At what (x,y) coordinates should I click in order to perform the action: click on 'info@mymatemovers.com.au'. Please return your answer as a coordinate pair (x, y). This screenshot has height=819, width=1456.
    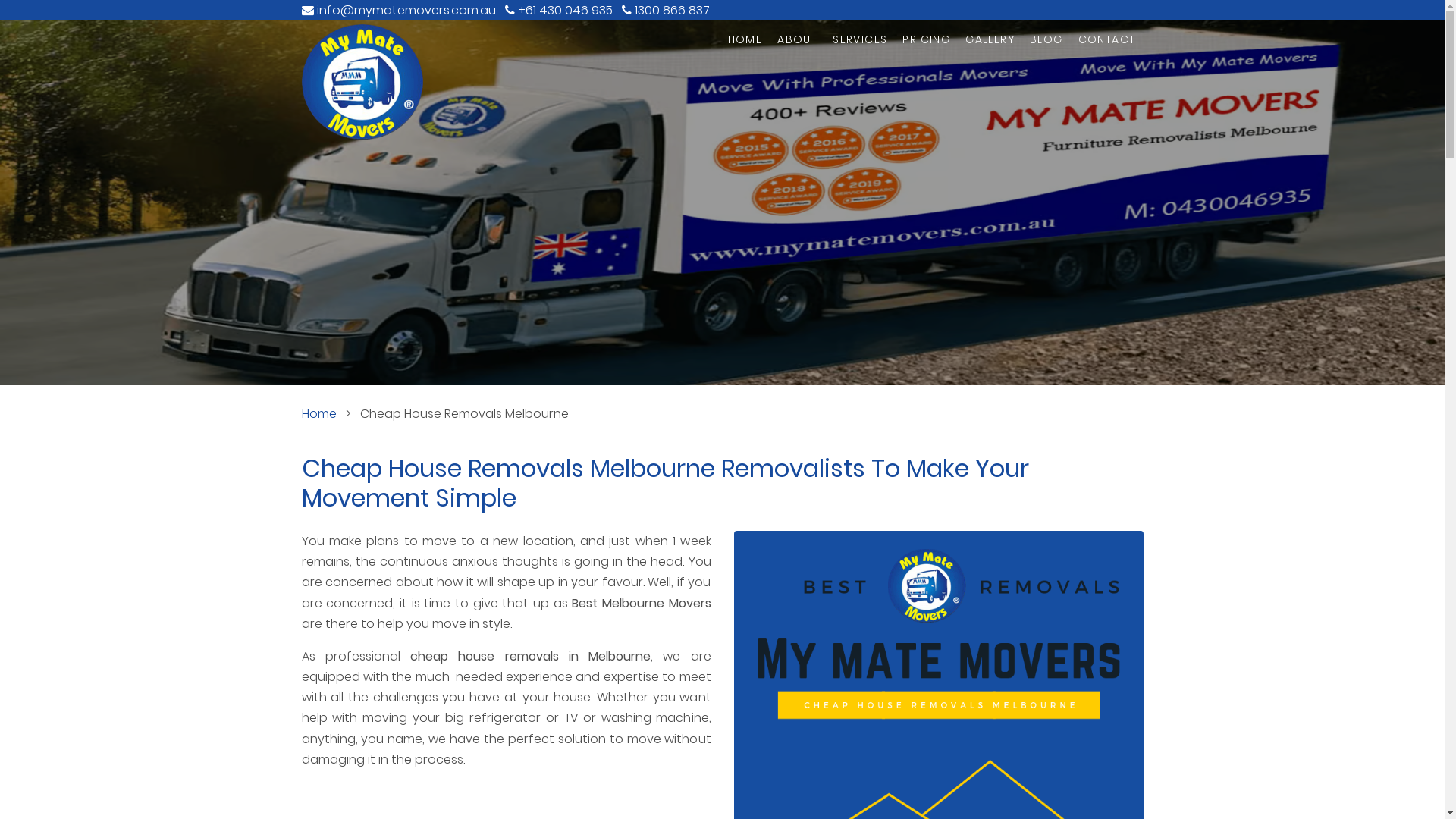
    Looking at the image, I should click on (406, 10).